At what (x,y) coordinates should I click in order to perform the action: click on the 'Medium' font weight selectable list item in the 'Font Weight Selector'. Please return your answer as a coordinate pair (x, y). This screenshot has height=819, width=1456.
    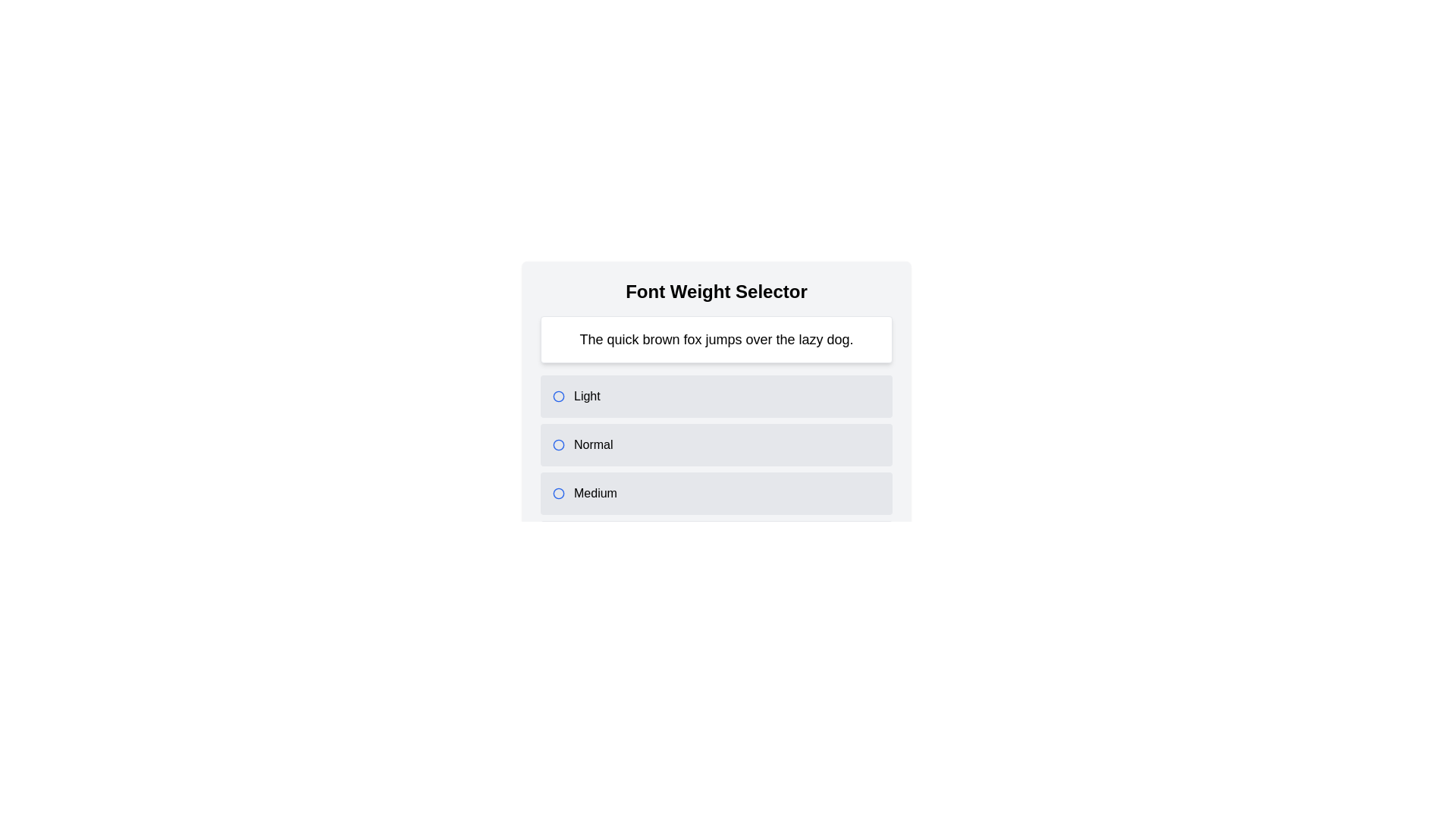
    Looking at the image, I should click on (716, 494).